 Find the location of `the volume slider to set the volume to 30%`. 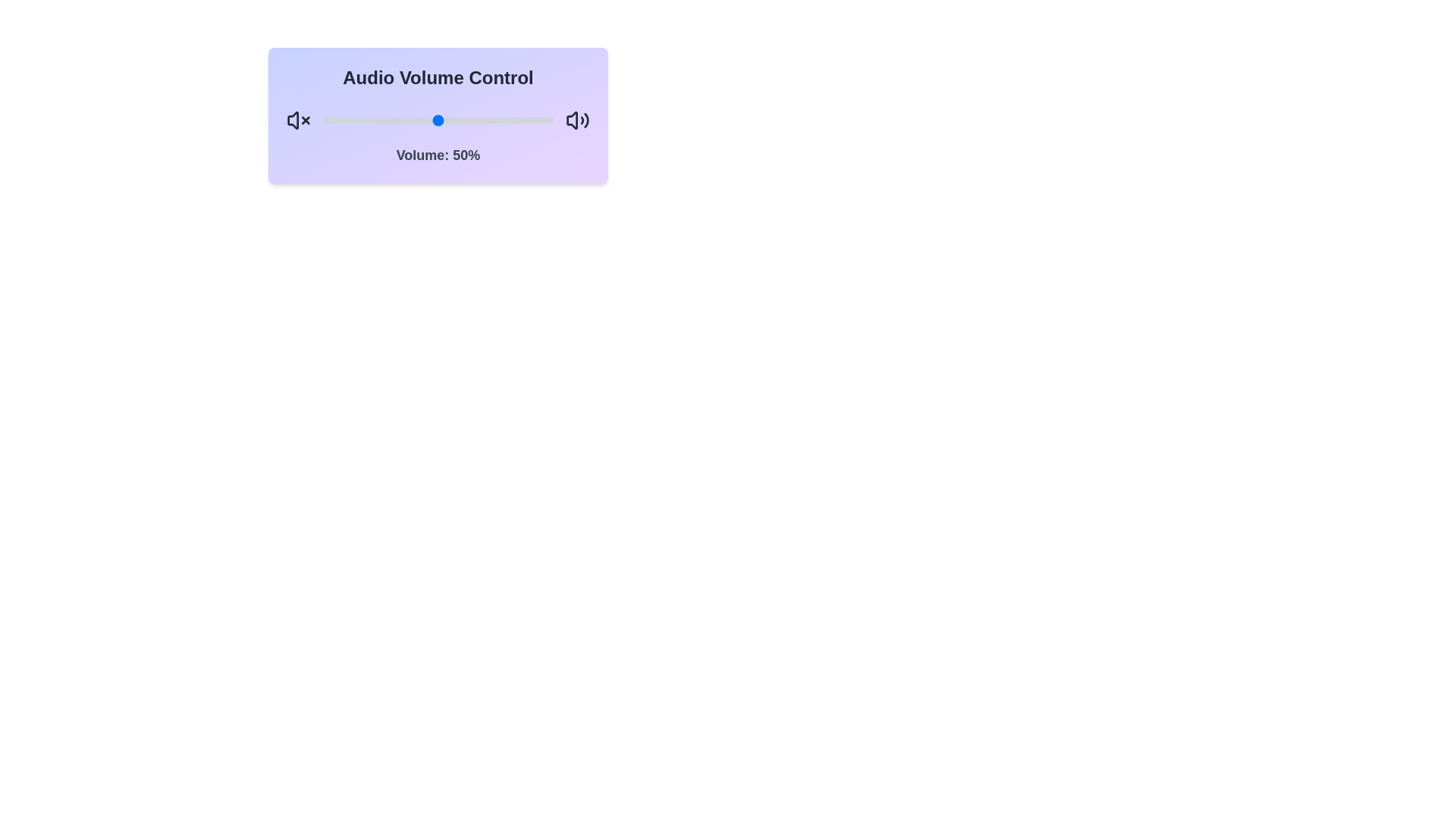

the volume slider to set the volume to 30% is located at coordinates (392, 119).